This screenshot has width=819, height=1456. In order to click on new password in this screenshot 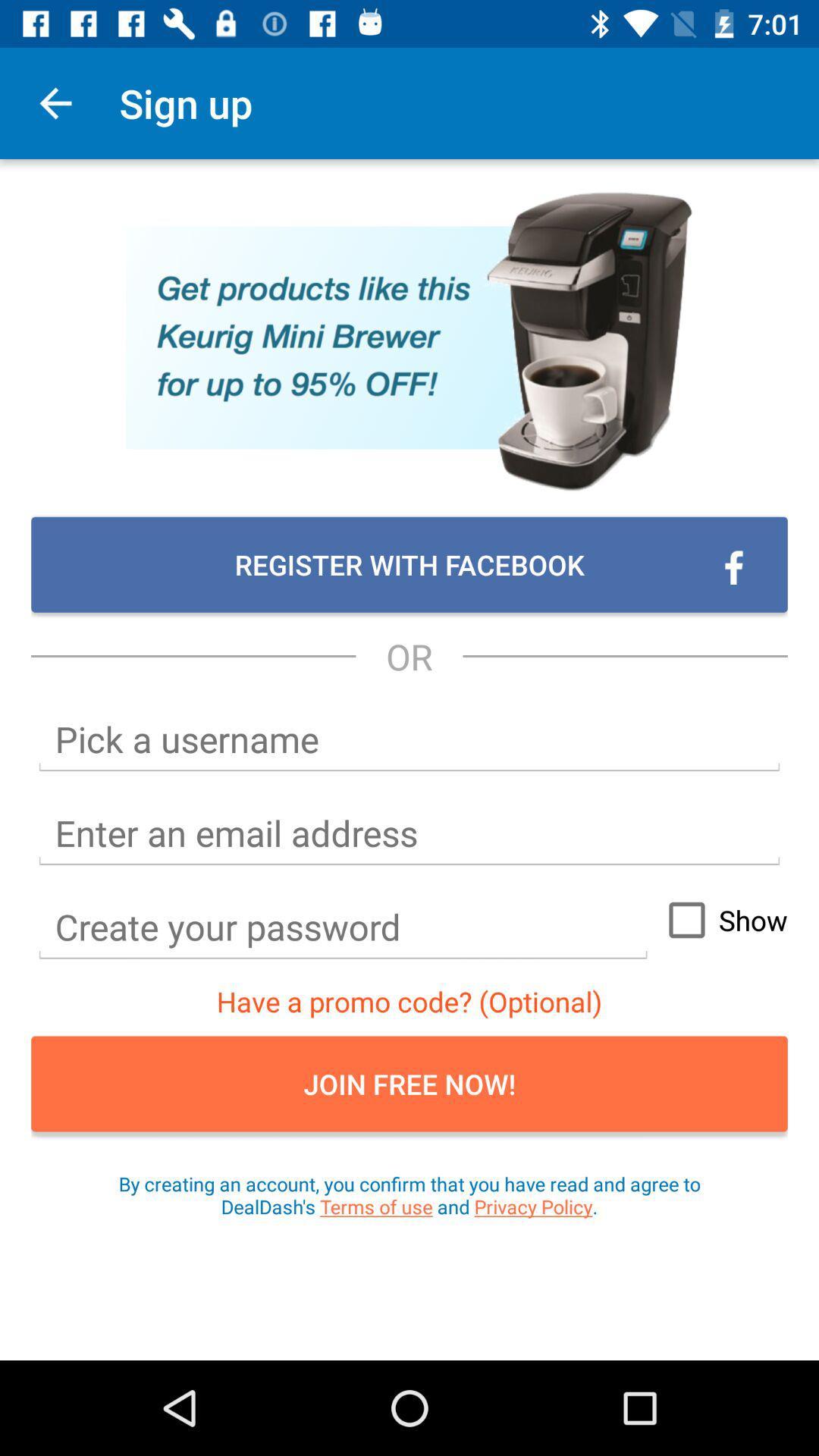, I will do `click(343, 927)`.